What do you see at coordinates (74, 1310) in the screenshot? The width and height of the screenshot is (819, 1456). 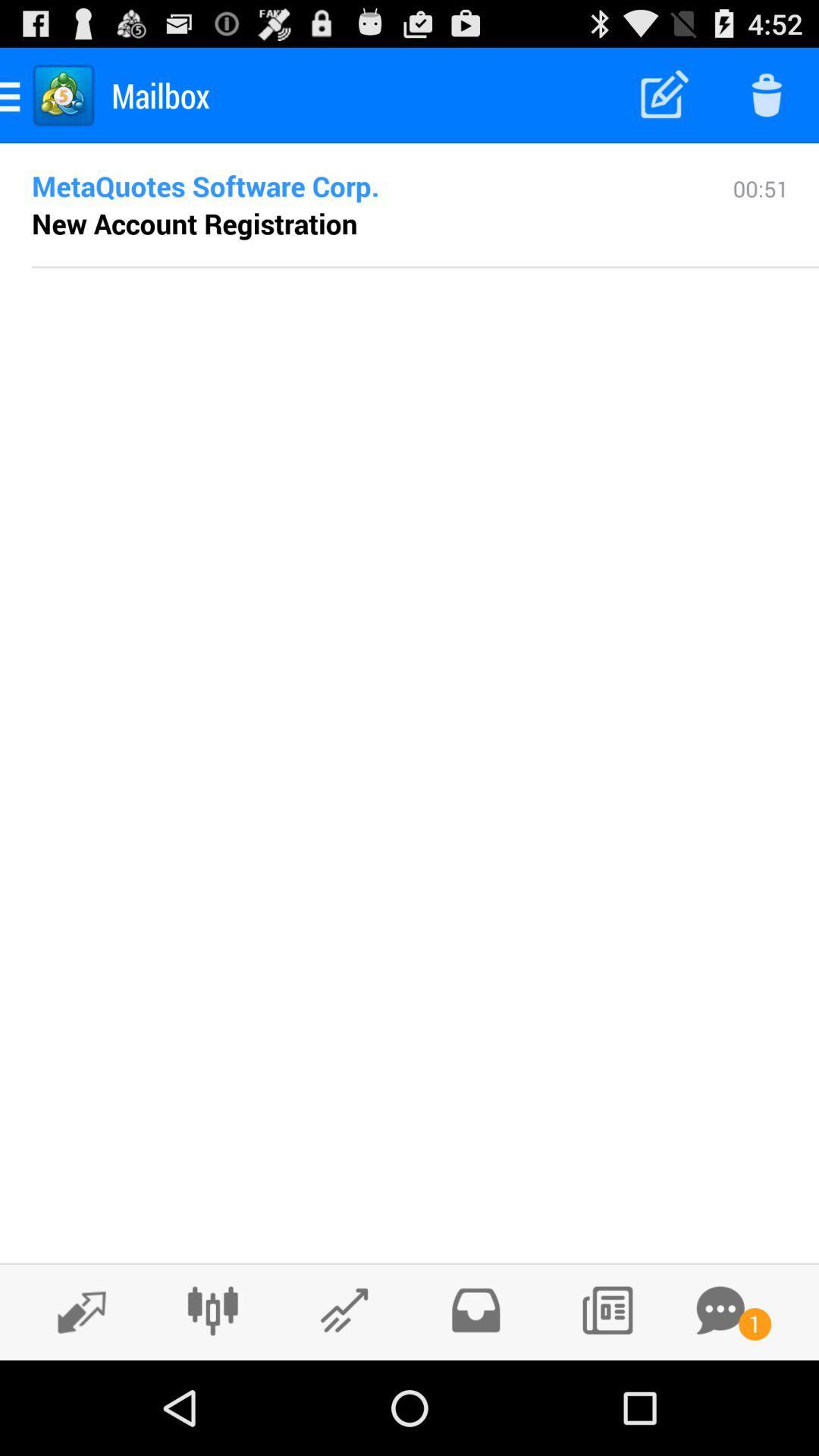 I see `reply` at bounding box center [74, 1310].